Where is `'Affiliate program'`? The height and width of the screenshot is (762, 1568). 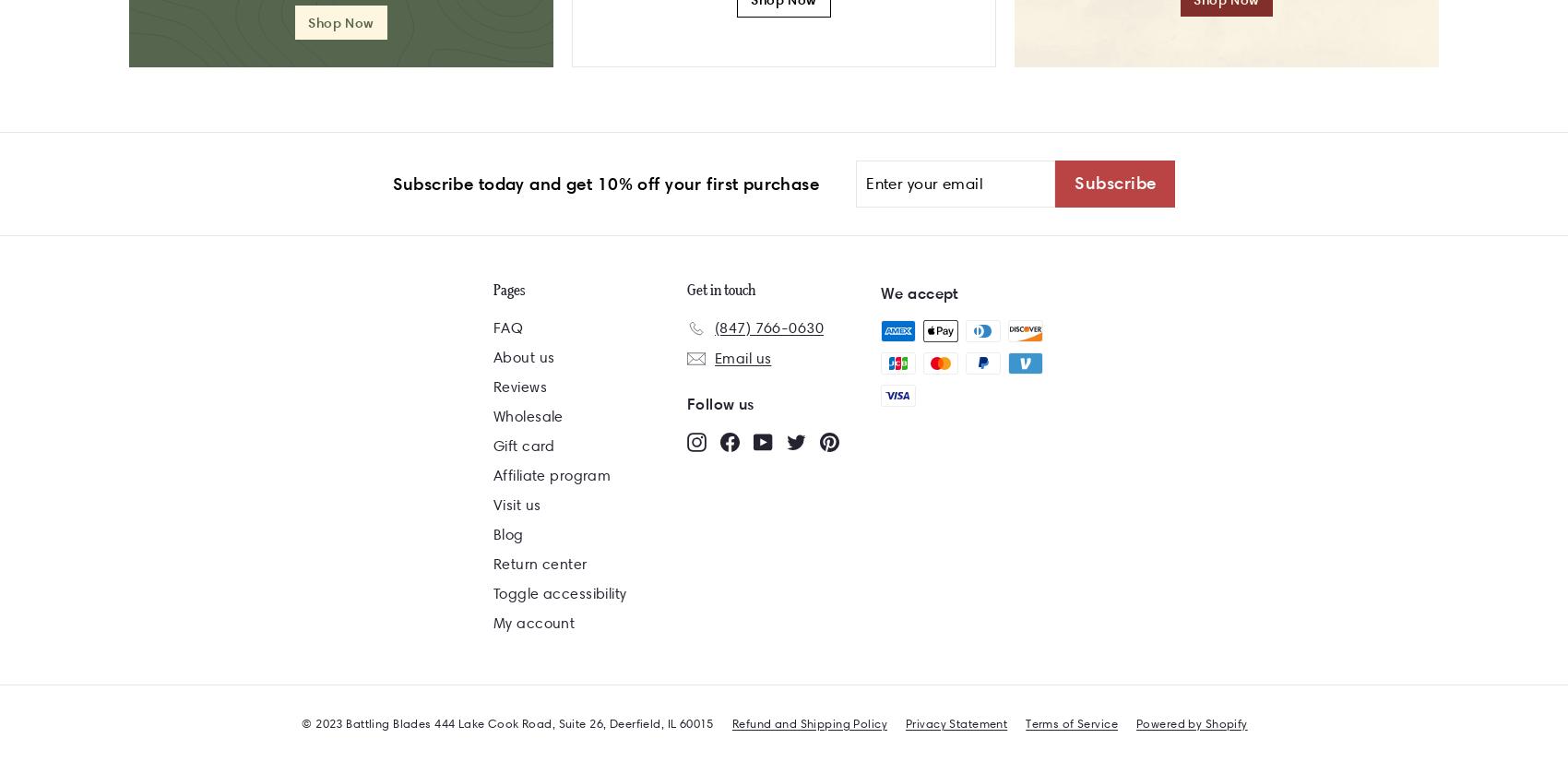 'Affiliate program' is located at coordinates (551, 473).